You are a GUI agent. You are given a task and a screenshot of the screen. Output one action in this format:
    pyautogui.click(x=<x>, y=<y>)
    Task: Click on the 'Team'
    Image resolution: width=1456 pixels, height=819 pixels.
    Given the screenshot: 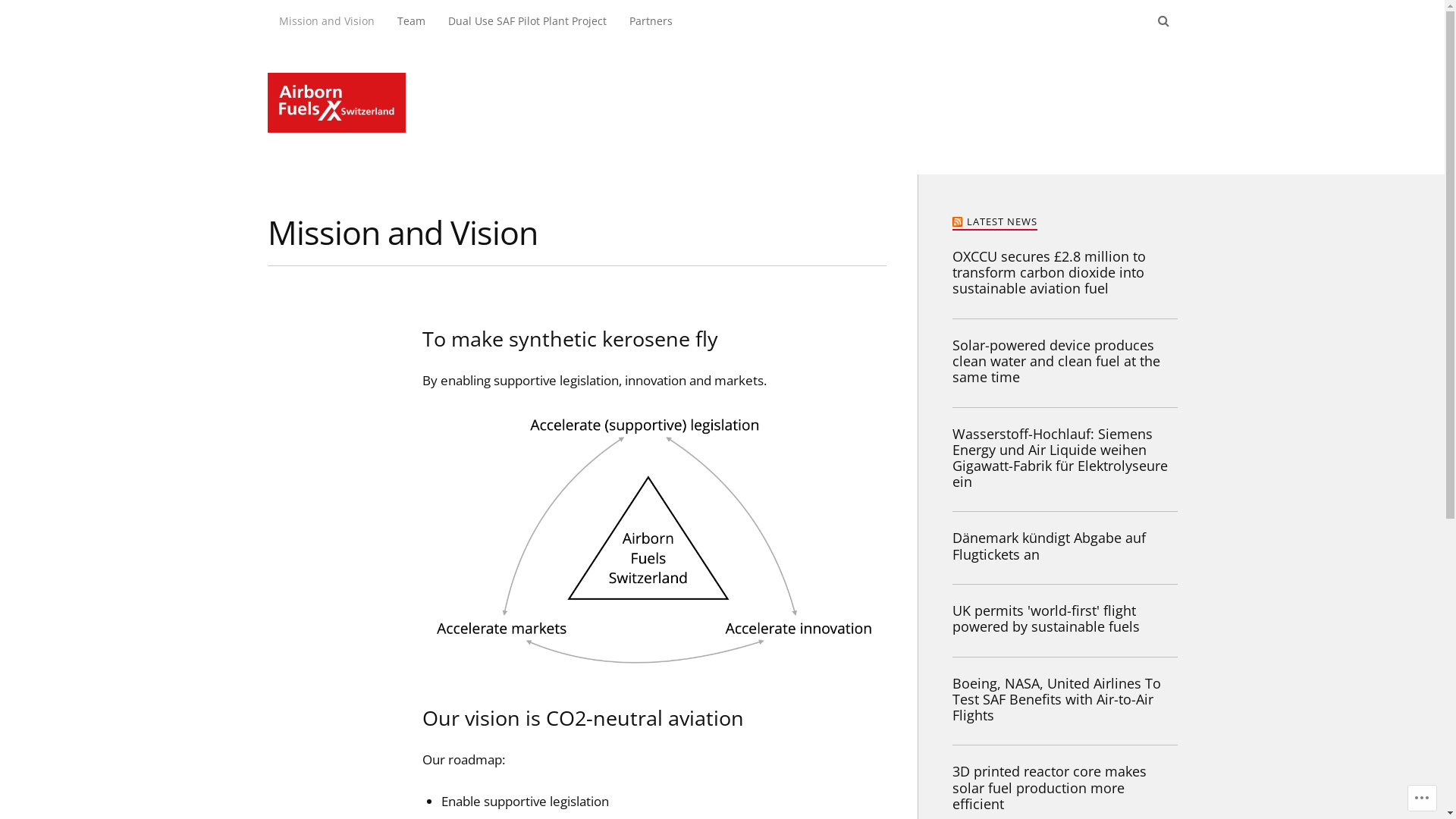 What is the action you would take?
    pyautogui.click(x=410, y=20)
    